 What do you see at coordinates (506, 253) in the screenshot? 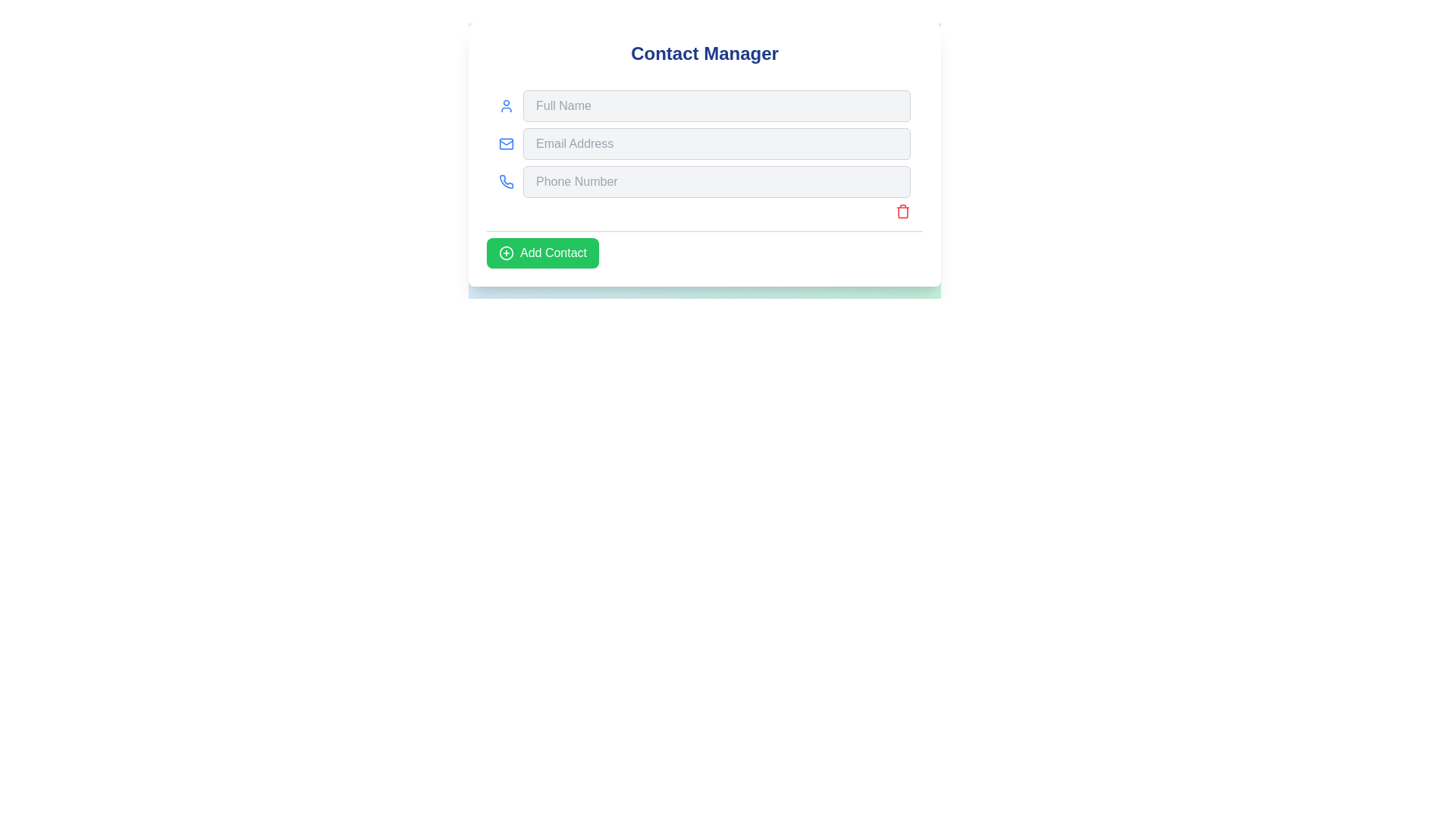
I see `the circular green icon with a centered plus (+) sign, located to the left of the 'Add Contact' button at the bottom-left of the form panel` at bounding box center [506, 253].